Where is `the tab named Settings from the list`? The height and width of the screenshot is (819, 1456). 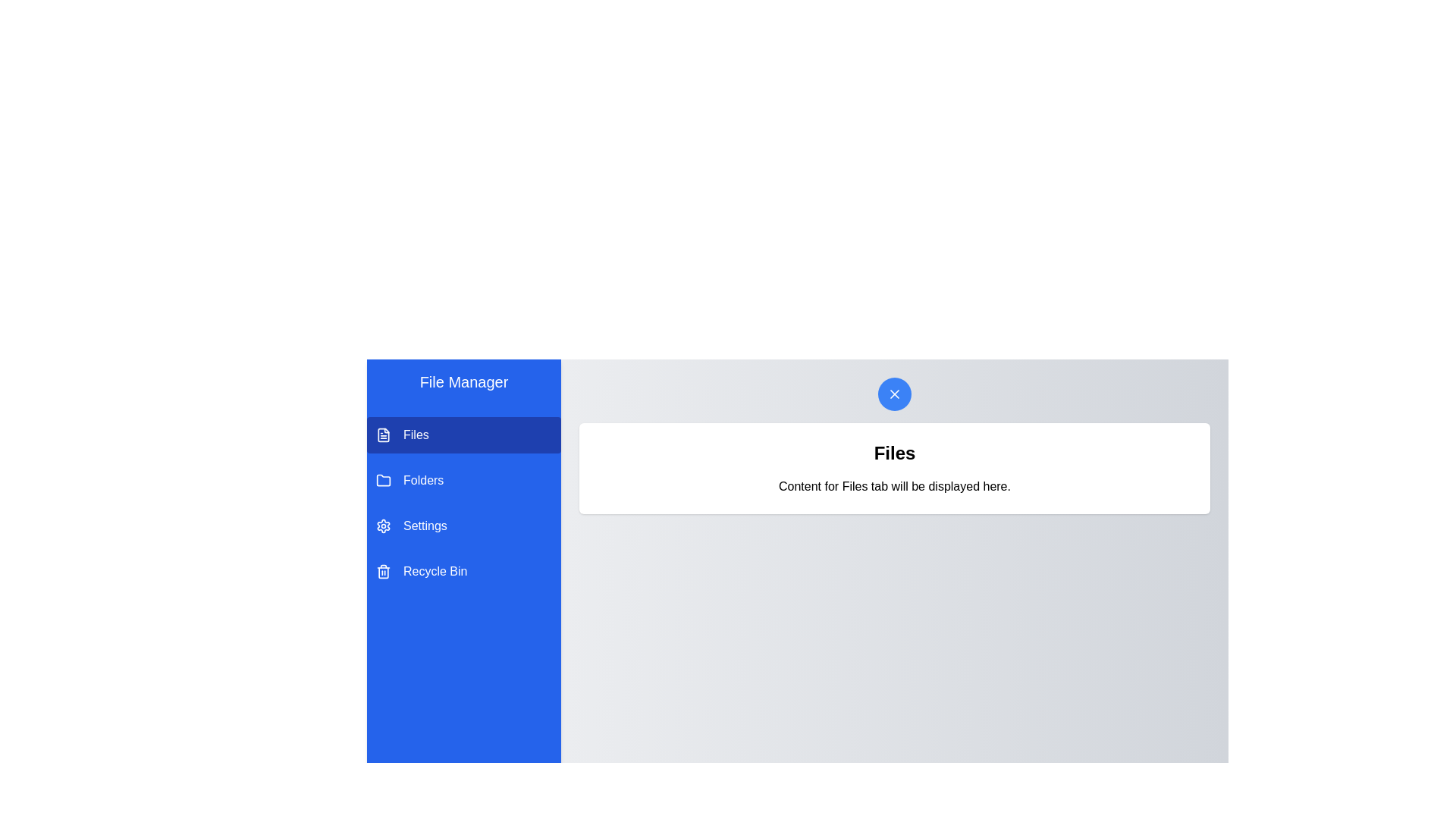 the tab named Settings from the list is located at coordinates (463, 526).